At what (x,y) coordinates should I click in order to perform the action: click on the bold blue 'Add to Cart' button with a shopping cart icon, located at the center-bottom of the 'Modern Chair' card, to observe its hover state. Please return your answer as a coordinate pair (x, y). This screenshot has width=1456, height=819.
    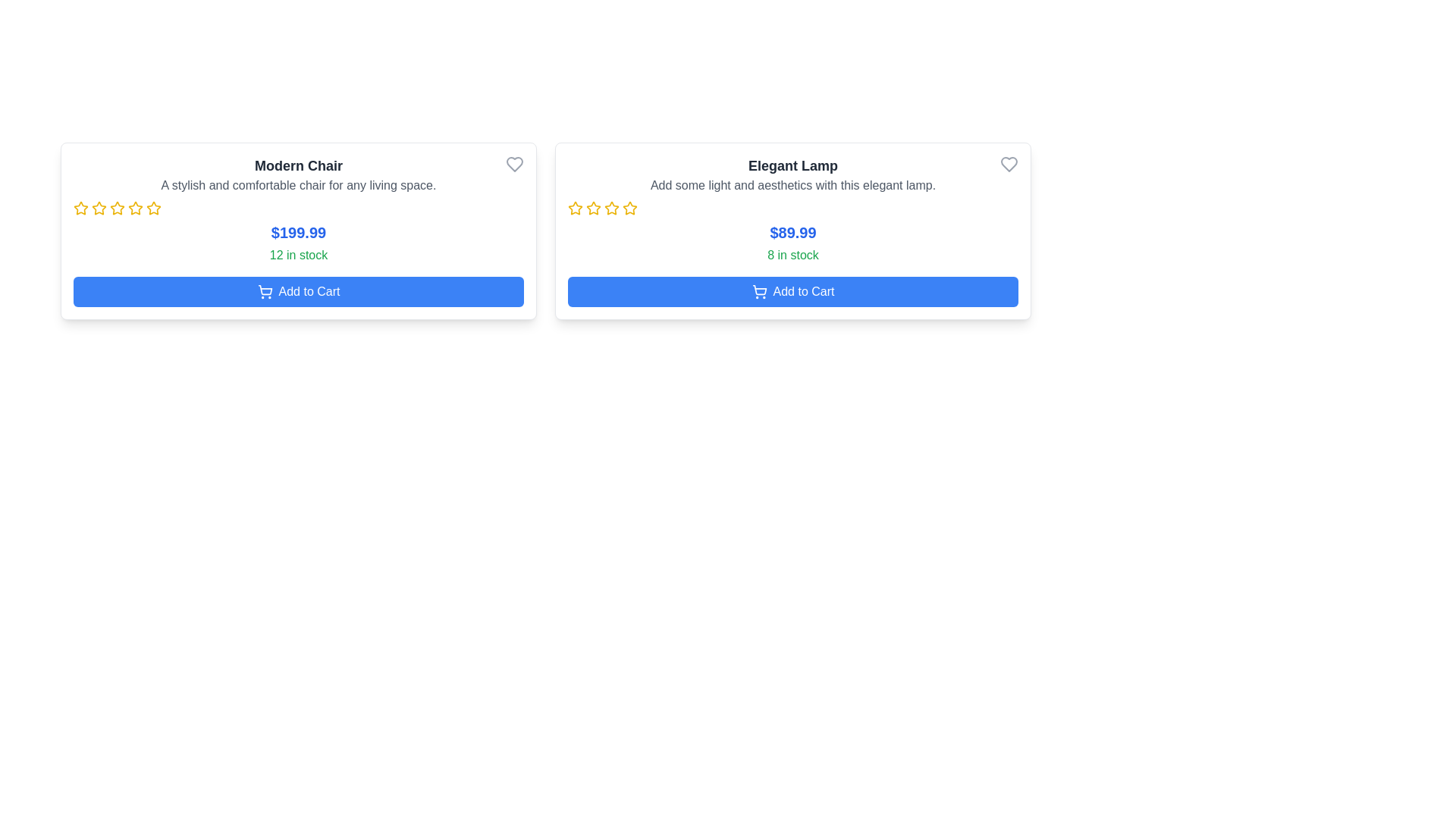
    Looking at the image, I should click on (298, 292).